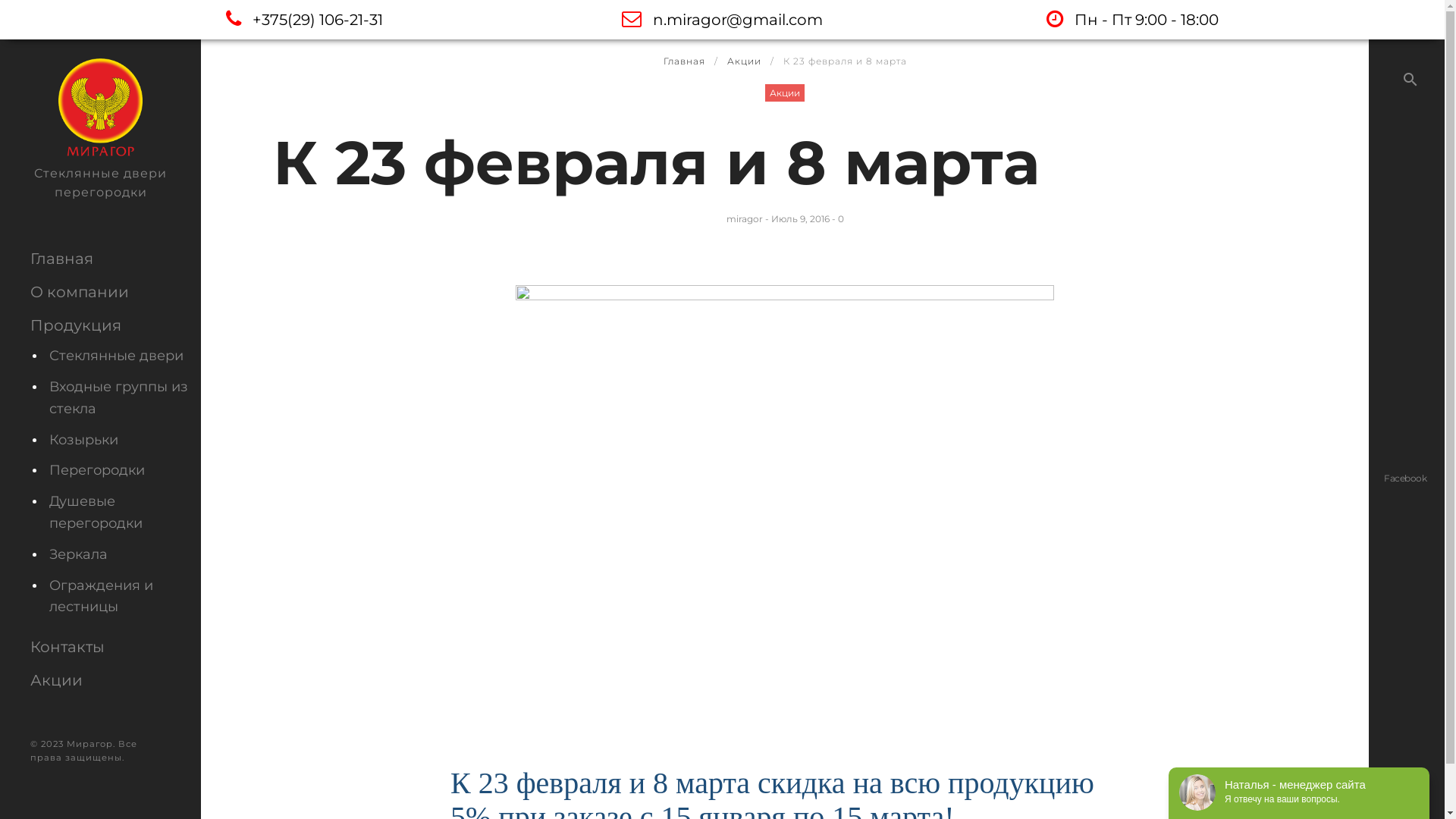 This screenshot has height=819, width=1456. I want to click on 'Facebook', so click(1404, 476).